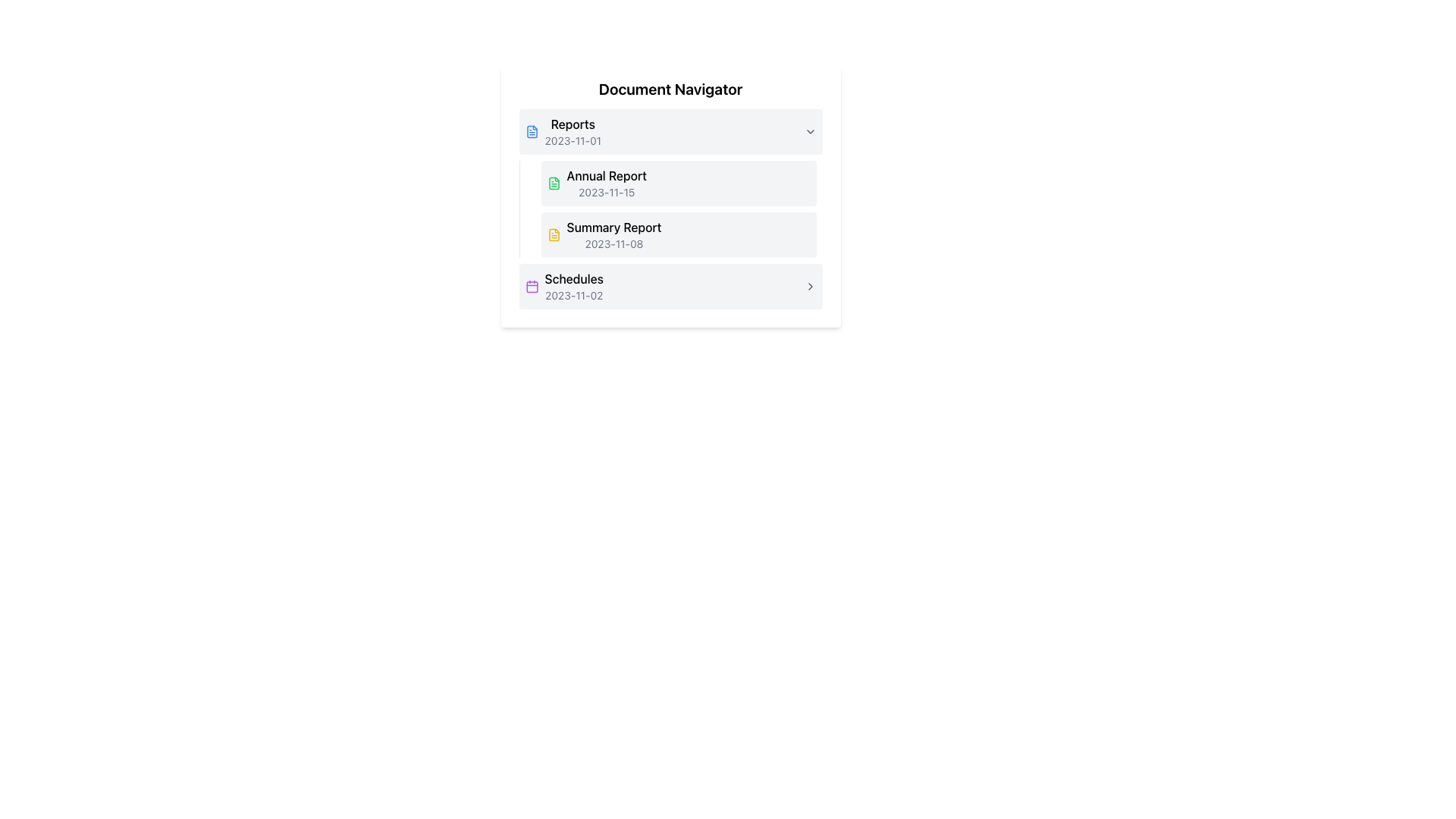  Describe the element at coordinates (572, 140) in the screenshot. I see `the informational text label displaying the last updated date for the 'Reports' section located beneath the 'Reports' label in the 'Document Navigator'` at that location.